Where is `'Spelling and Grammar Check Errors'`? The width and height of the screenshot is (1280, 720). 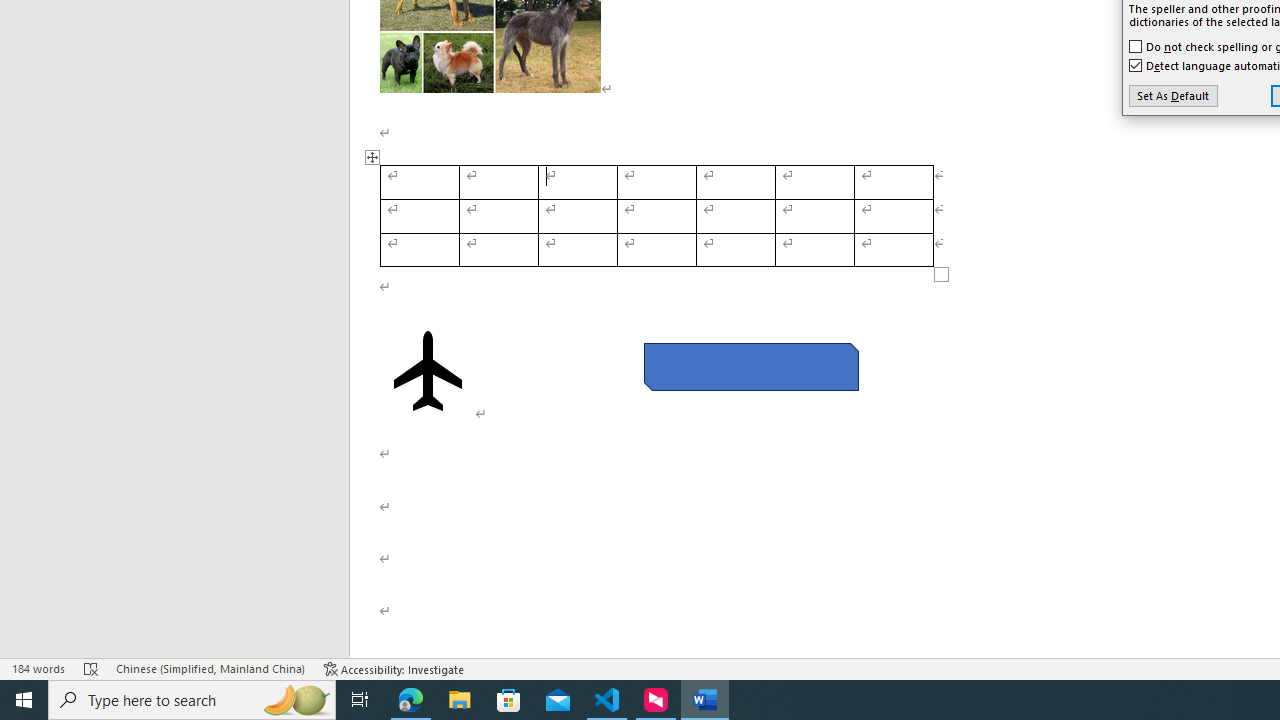 'Spelling and Grammar Check Errors' is located at coordinates (90, 669).